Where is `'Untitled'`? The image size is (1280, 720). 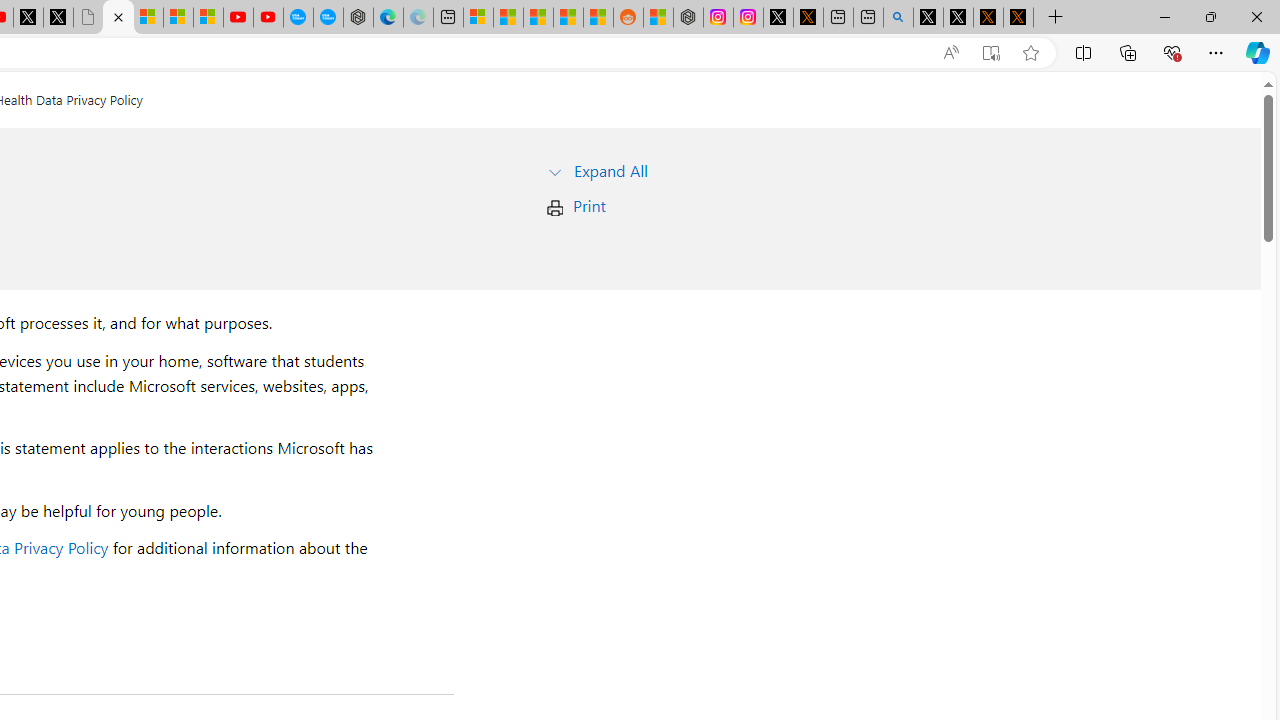
'Untitled' is located at coordinates (87, 17).